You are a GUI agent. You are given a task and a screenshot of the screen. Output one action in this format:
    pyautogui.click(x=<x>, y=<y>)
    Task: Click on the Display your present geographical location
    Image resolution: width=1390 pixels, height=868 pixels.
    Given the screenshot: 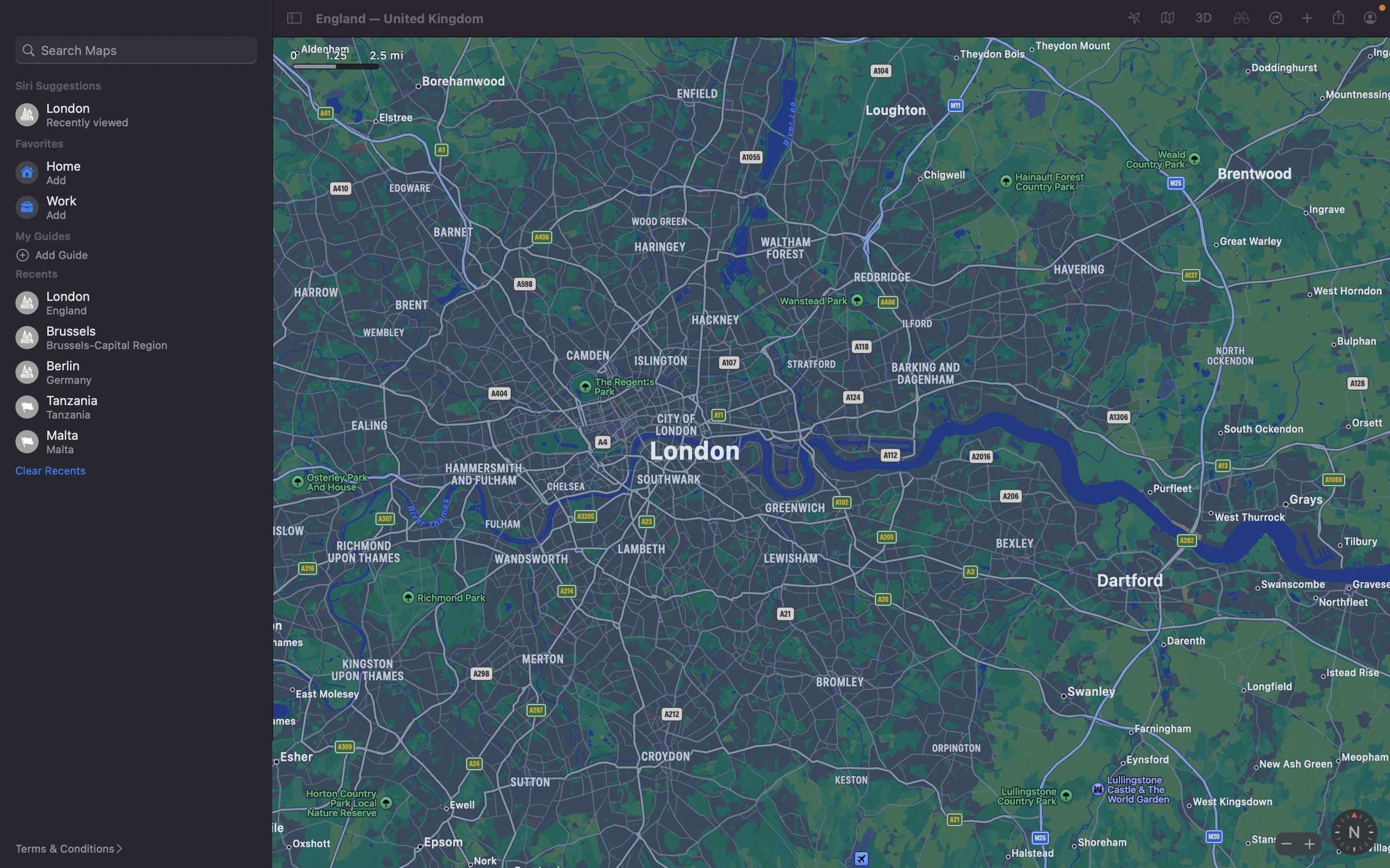 What is the action you would take?
    pyautogui.click(x=1134, y=18)
    